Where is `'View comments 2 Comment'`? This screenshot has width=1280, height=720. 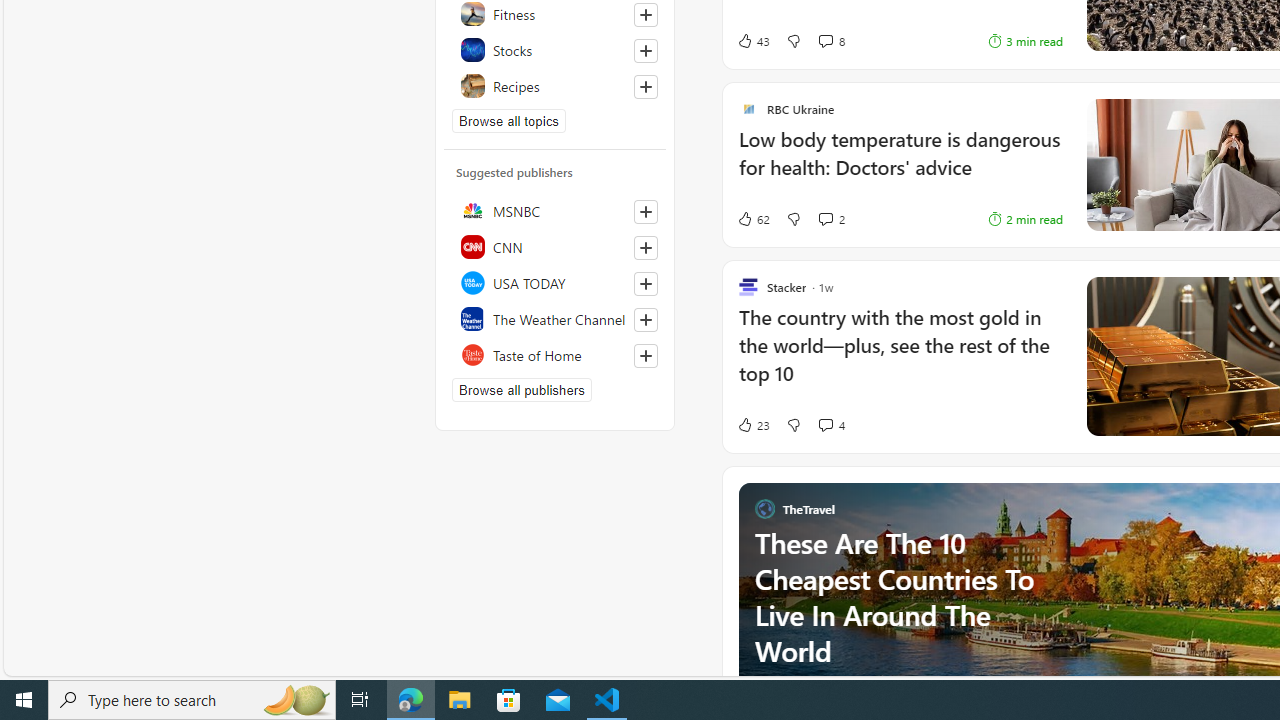
'View comments 2 Comment' is located at coordinates (830, 219).